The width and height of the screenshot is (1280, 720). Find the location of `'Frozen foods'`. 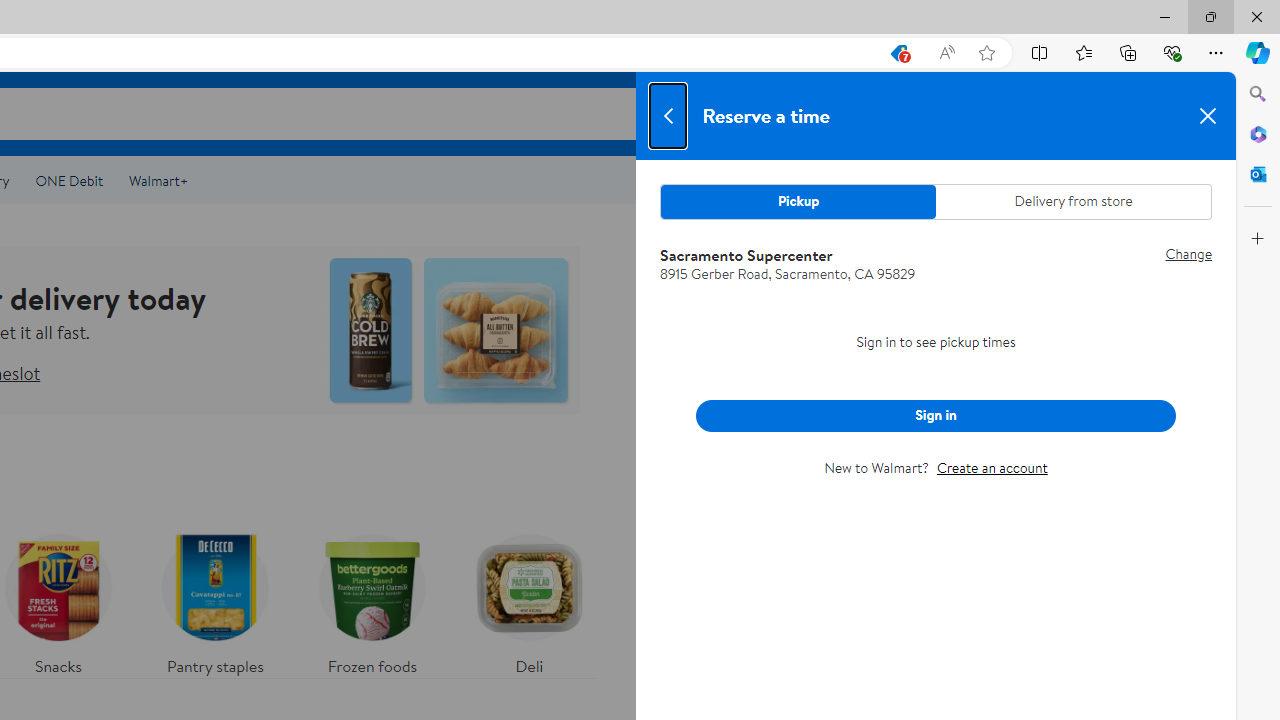

'Frozen foods' is located at coordinates (371, 598).